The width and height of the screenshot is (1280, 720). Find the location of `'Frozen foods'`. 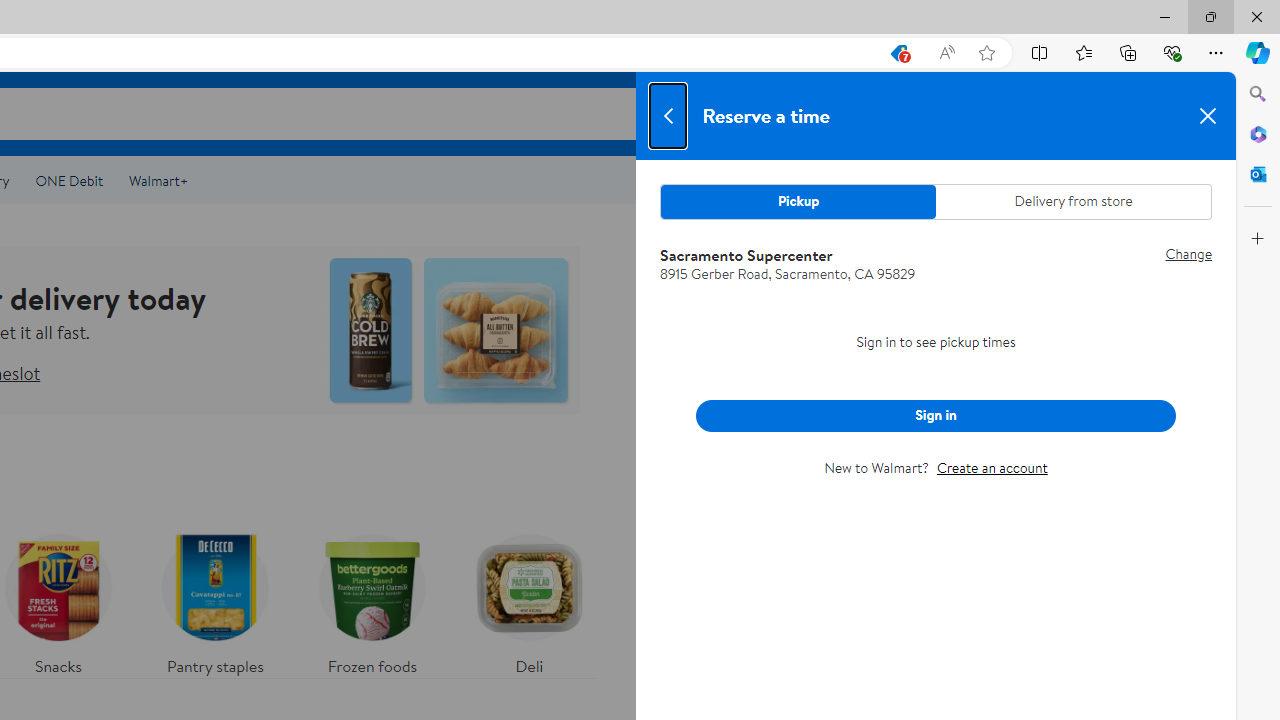

'Frozen foods' is located at coordinates (371, 598).